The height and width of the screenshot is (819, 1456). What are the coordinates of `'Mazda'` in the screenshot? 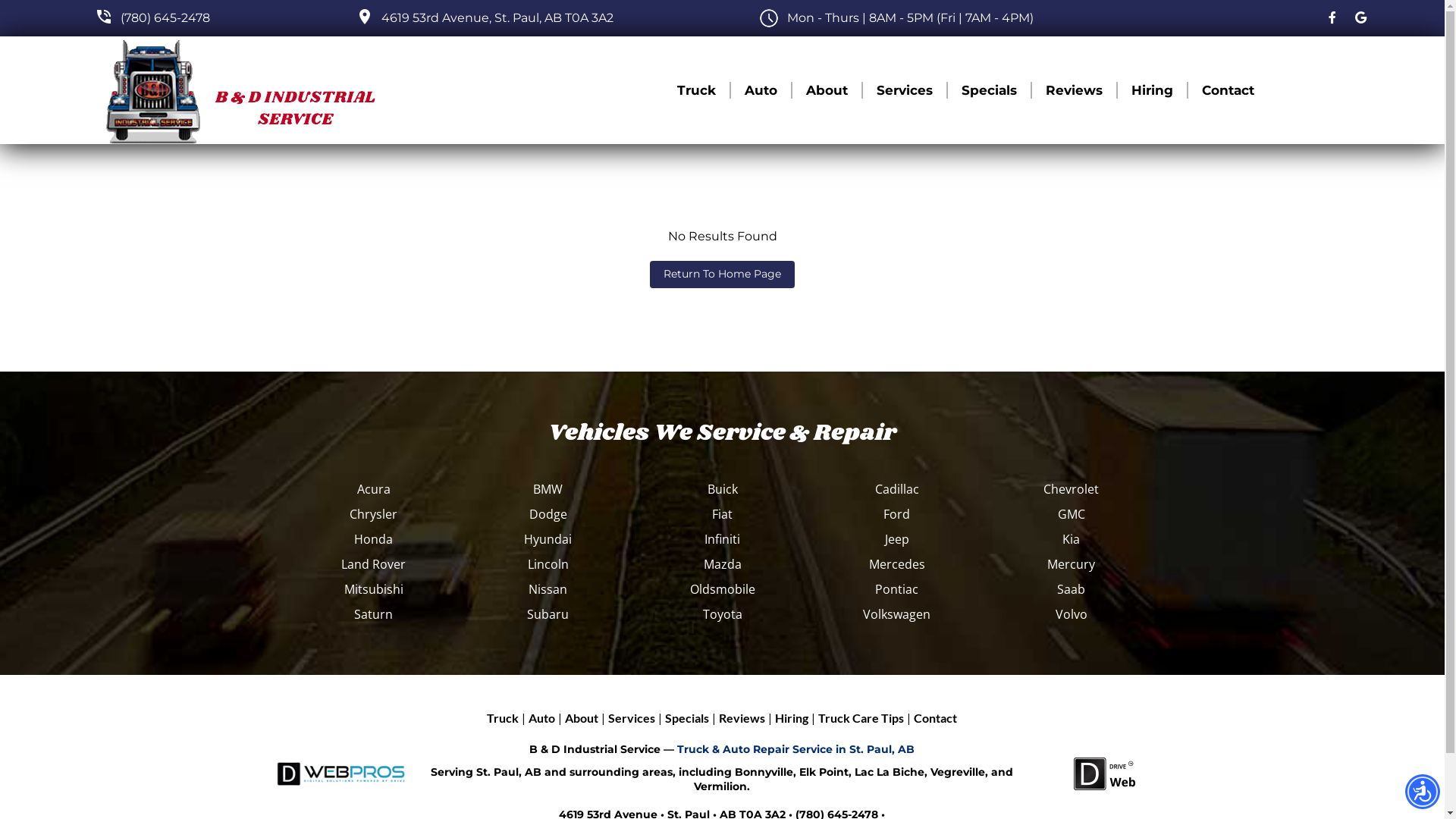 It's located at (722, 564).